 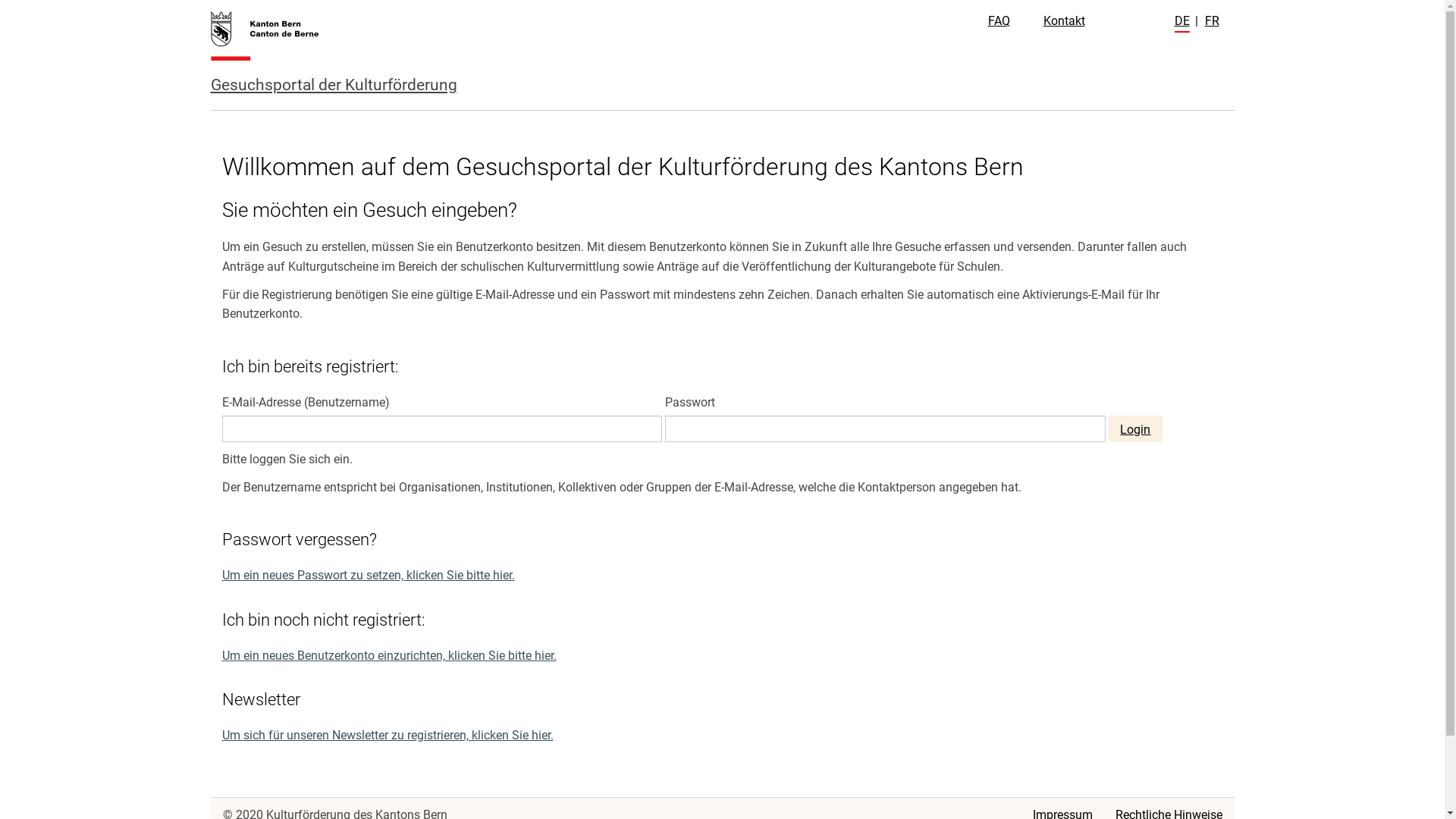 What do you see at coordinates (998, 20) in the screenshot?
I see `'FAQ'` at bounding box center [998, 20].